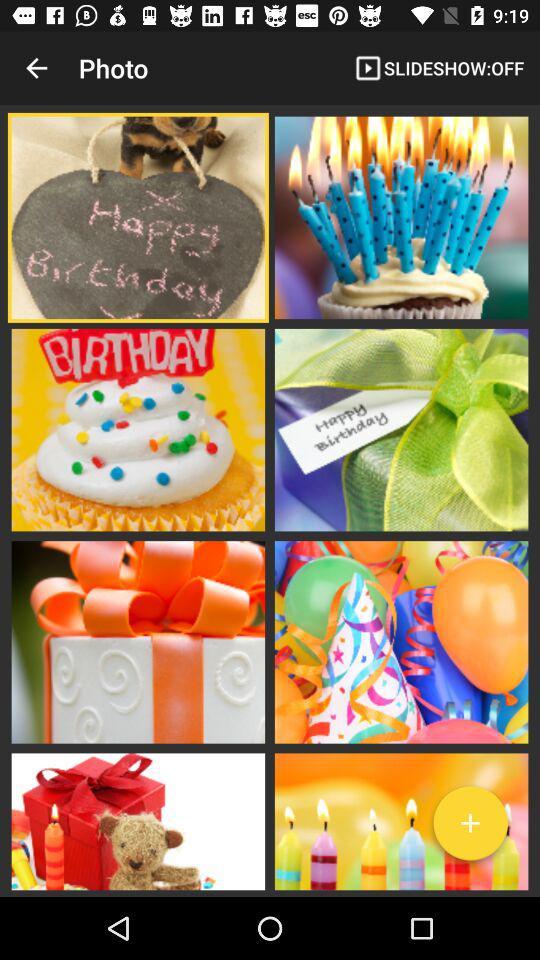  What do you see at coordinates (137, 430) in the screenshot?
I see `icon on the left` at bounding box center [137, 430].